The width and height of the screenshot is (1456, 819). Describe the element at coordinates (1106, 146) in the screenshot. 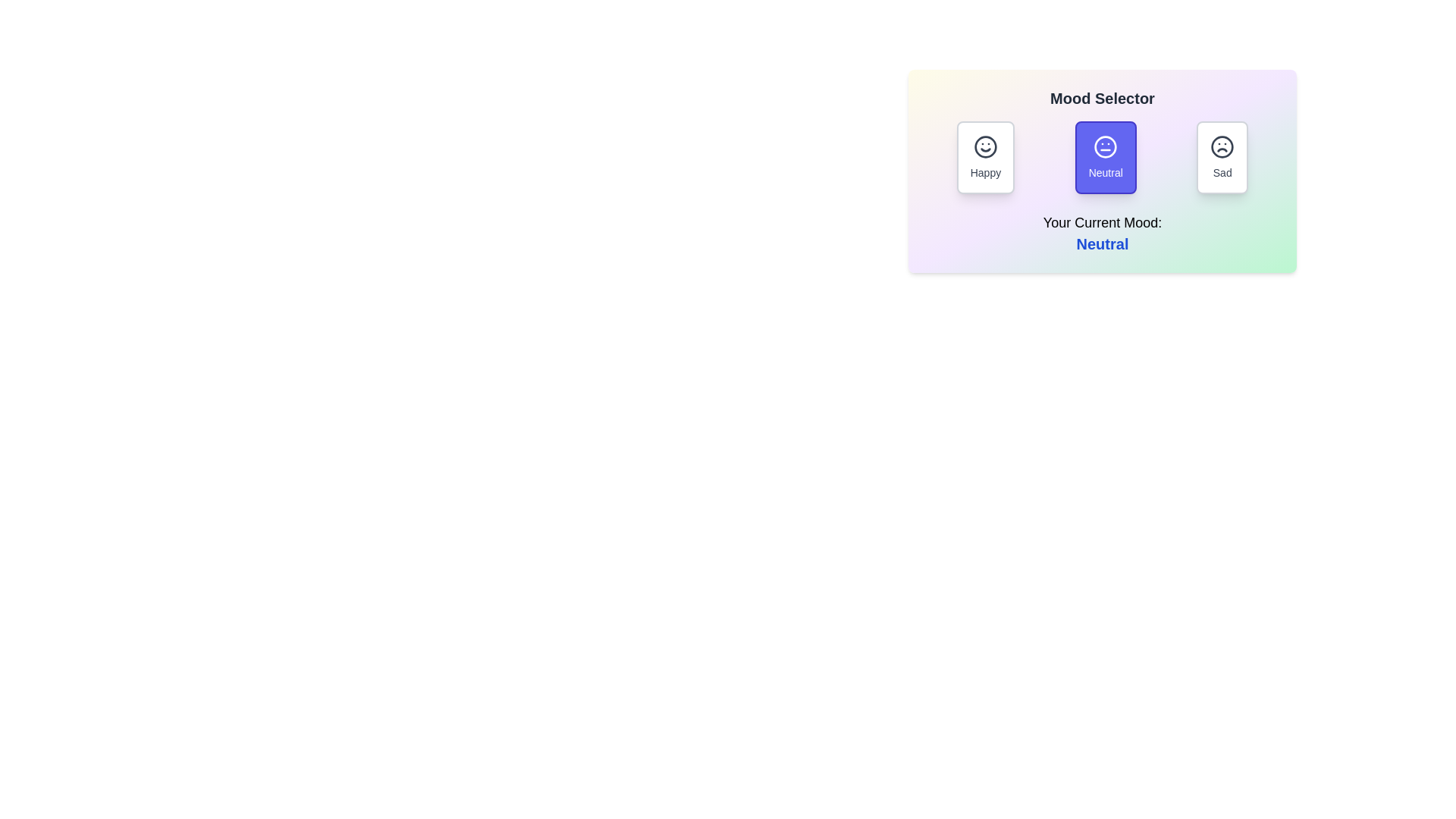

I see `the neutral face emoji represented by the circle, which is centrally located within the highlighted blue rectangular region among the mood options` at that location.